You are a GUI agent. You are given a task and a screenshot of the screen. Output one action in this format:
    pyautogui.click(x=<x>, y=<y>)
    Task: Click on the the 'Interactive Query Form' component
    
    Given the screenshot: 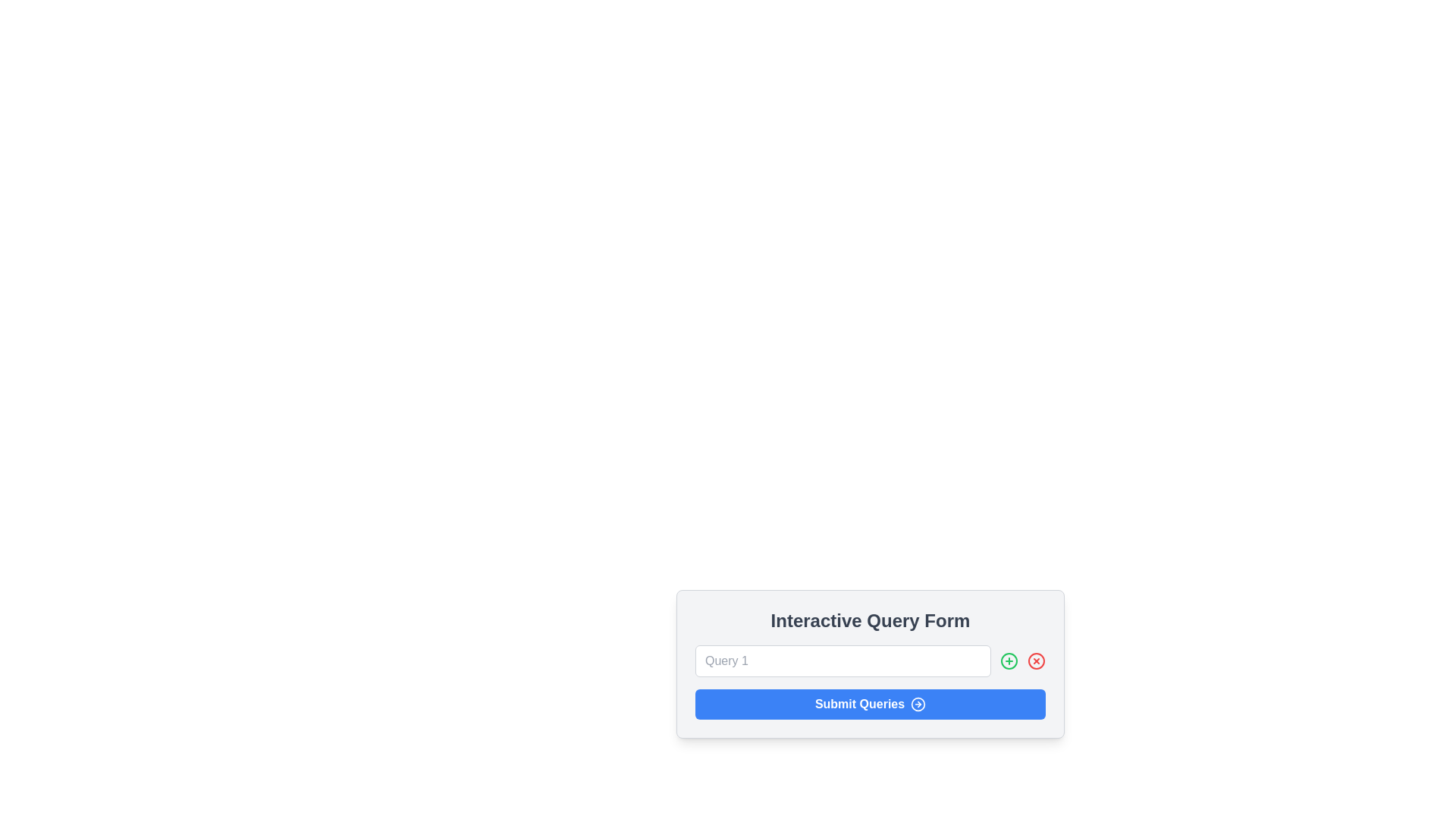 What is the action you would take?
    pyautogui.click(x=870, y=663)
    